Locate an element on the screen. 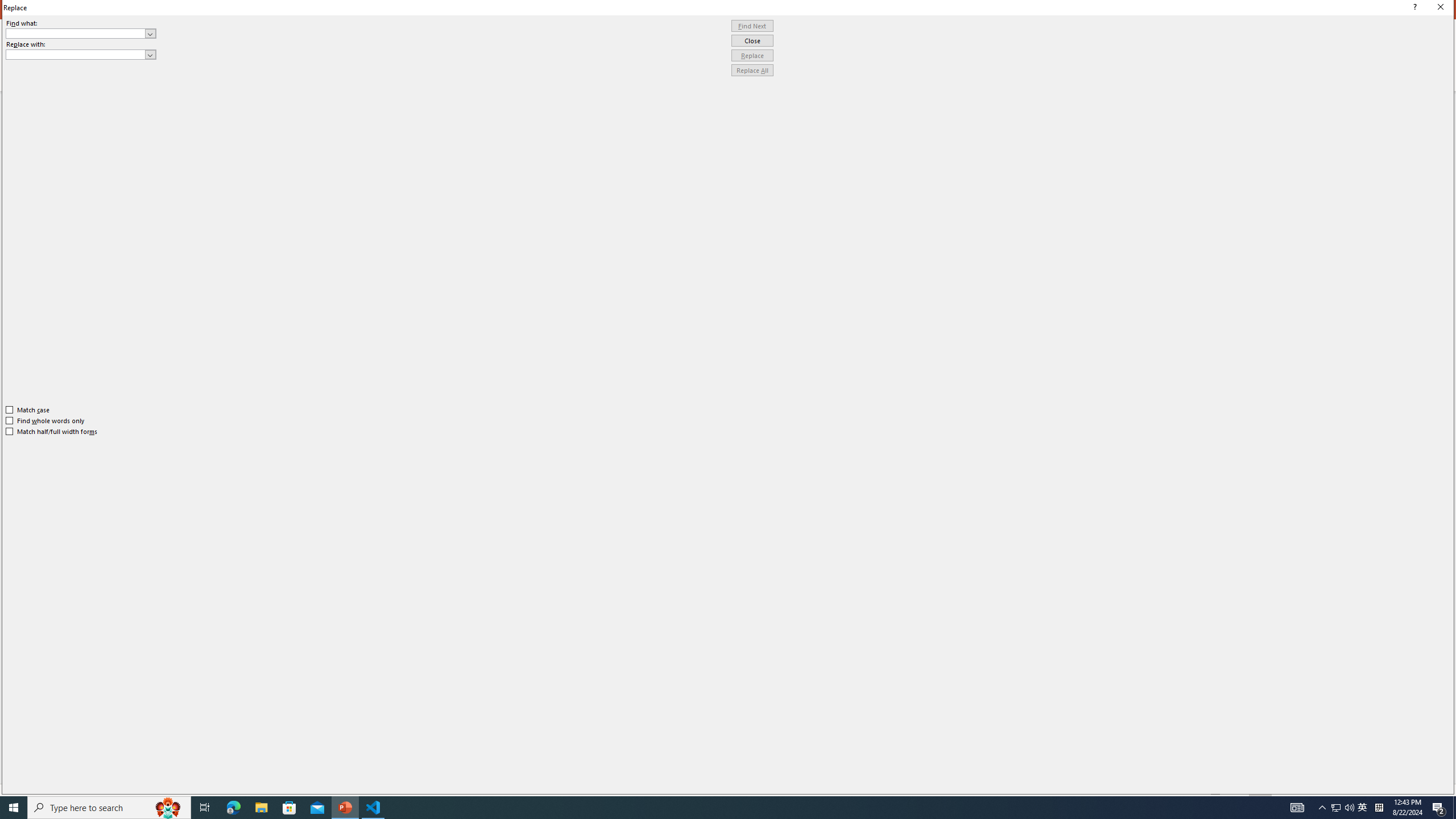  'Find Next' is located at coordinates (752, 26).